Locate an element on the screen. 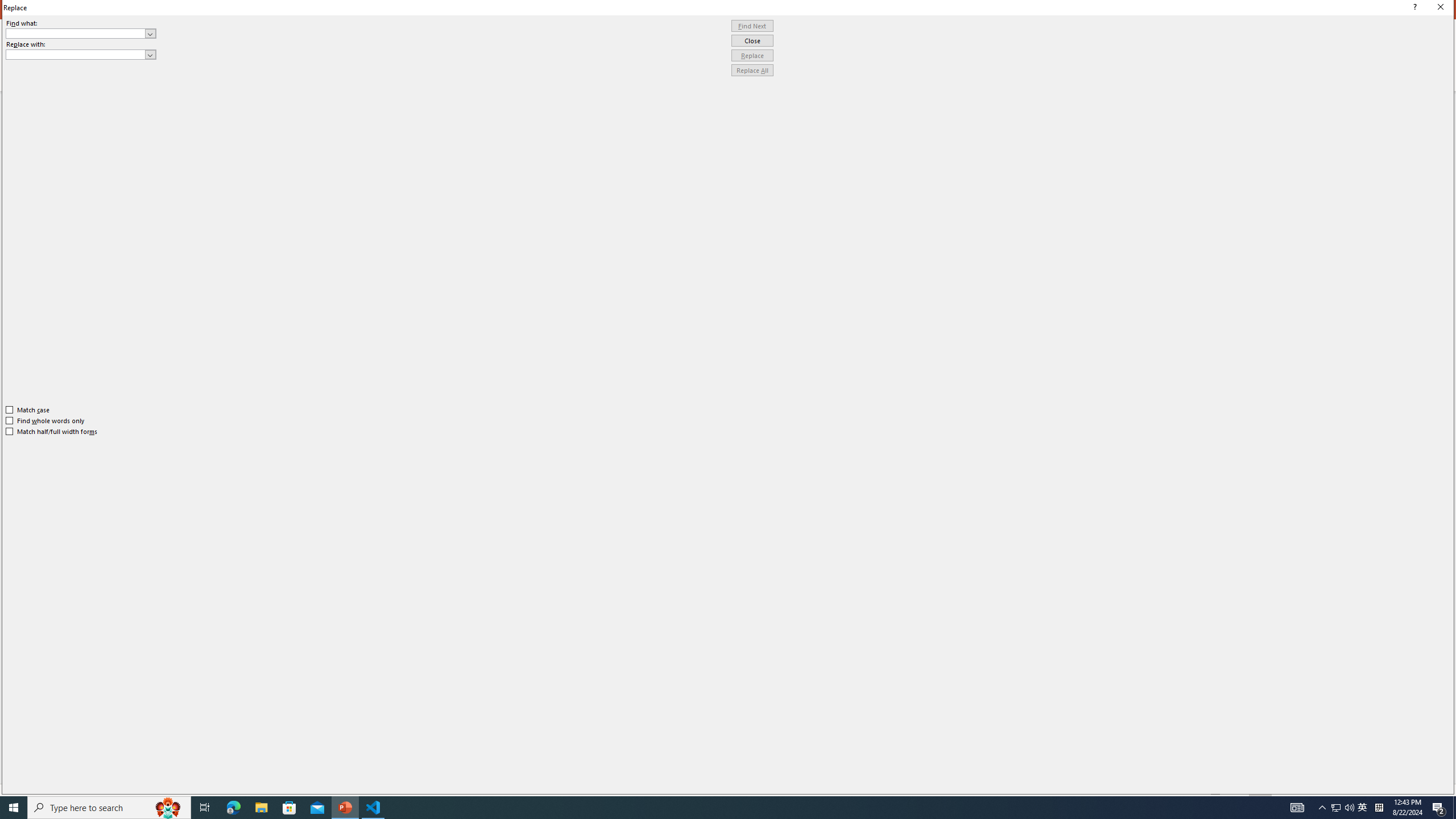  'Find Next' is located at coordinates (752, 26).